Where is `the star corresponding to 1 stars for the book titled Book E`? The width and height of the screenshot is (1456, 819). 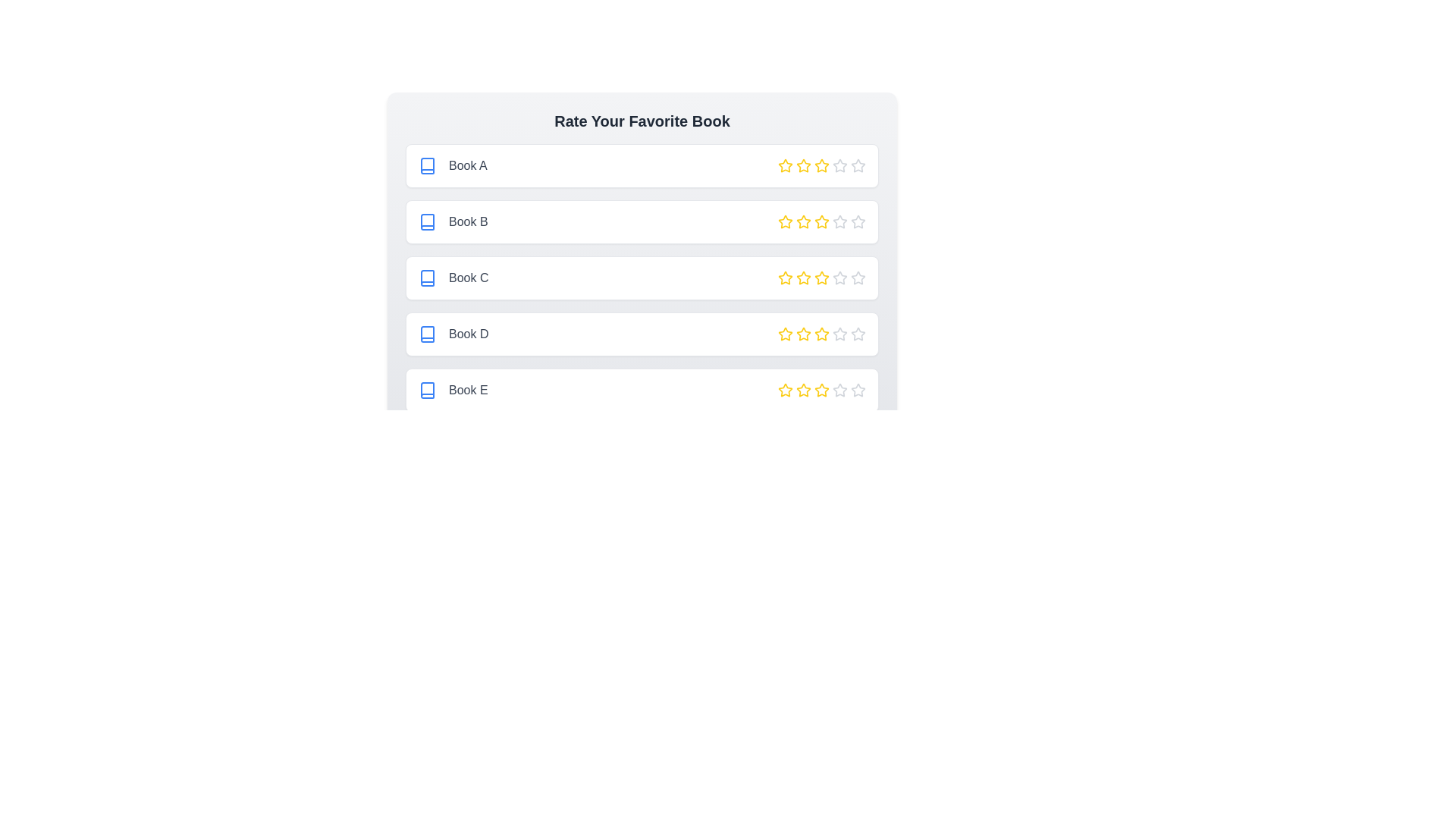 the star corresponding to 1 stars for the book titled Book E is located at coordinates (786, 390).